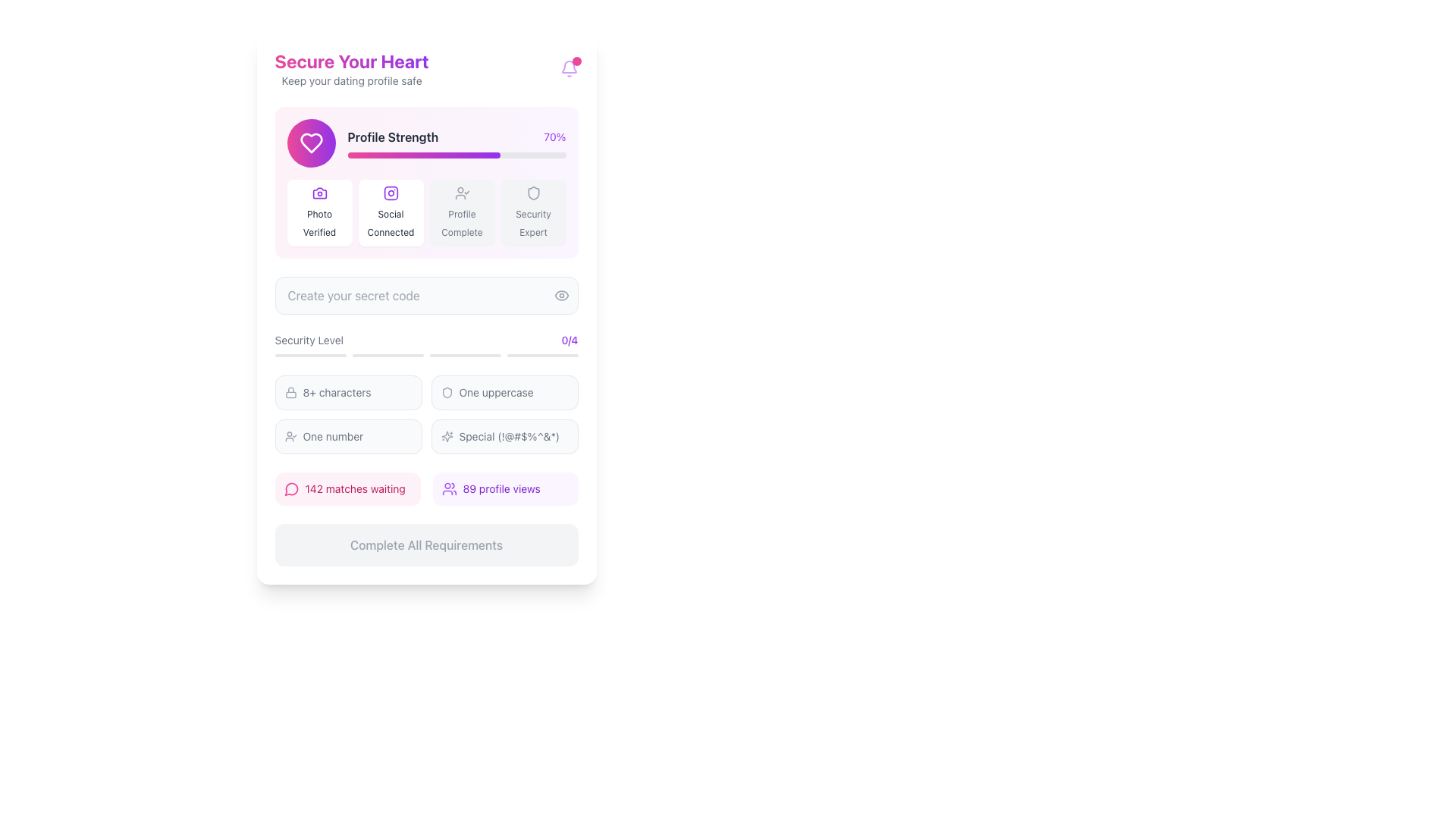  I want to click on the leftmost informational button in the lower portion of the vertically stacked UI panel, so click(347, 488).